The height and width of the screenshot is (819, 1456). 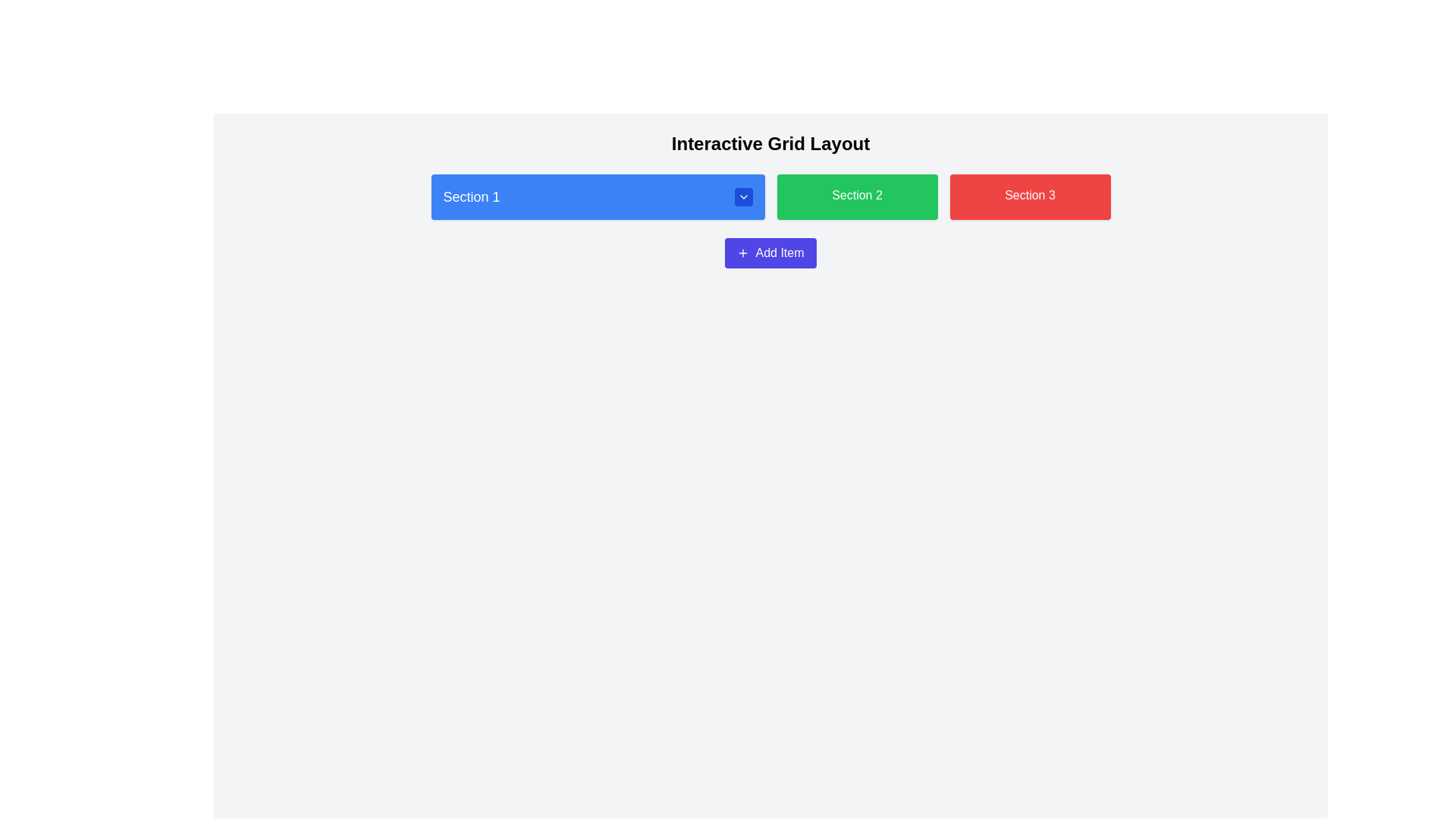 I want to click on the chevron-down icon located on the right side of the 'Section 1' button, so click(x=743, y=196).